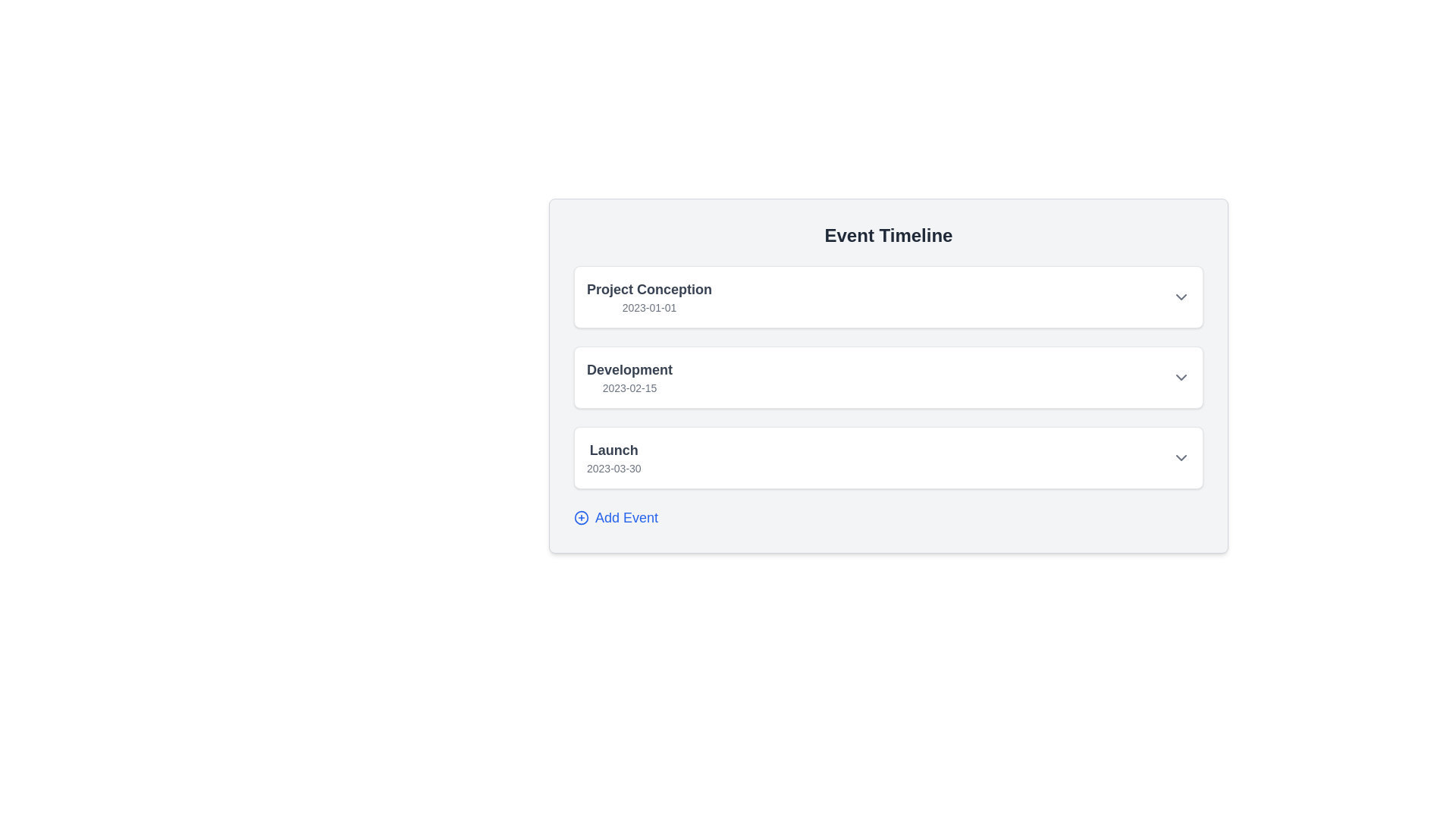 Image resolution: width=1456 pixels, height=819 pixels. I want to click on the text element displaying 'Project Conception' in a large, bold gray font located at the top-left corner of the first event block in the timeline, so click(649, 289).